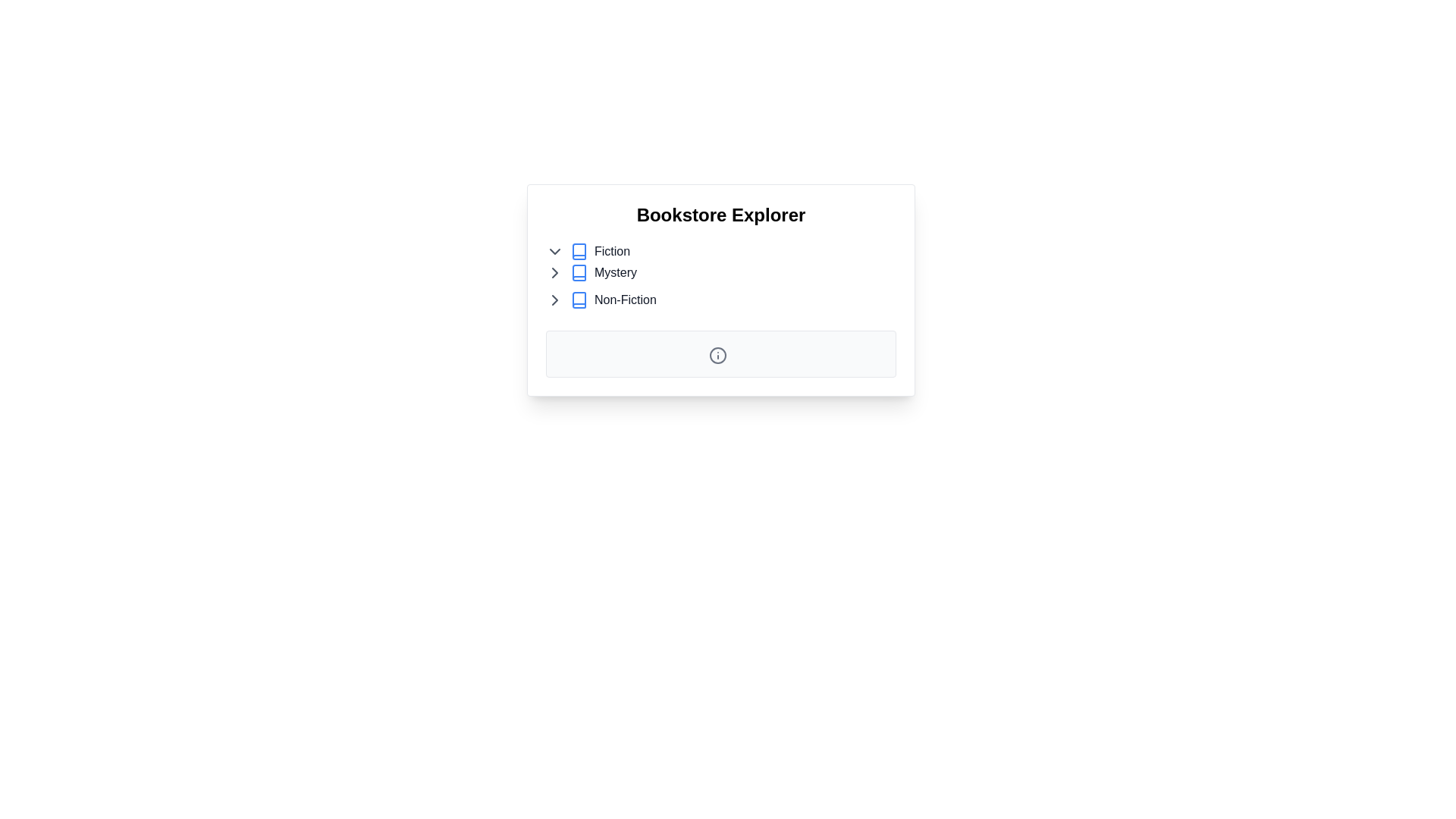  I want to click on the expansion toggle icon for the 'Mystery' category, so click(554, 271).